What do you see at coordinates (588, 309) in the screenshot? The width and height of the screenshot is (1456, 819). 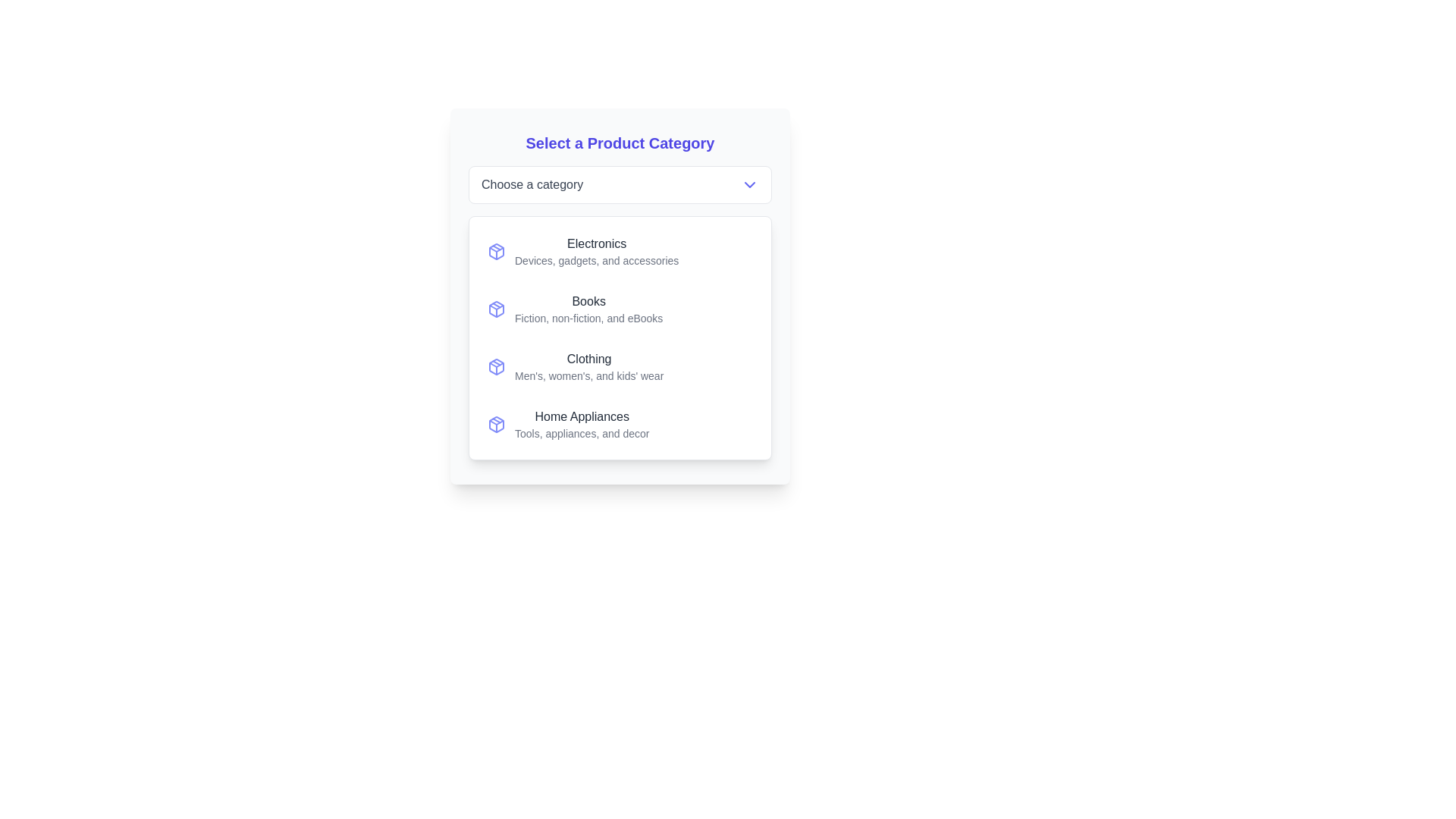 I see `the 'Books' category text label` at bounding box center [588, 309].